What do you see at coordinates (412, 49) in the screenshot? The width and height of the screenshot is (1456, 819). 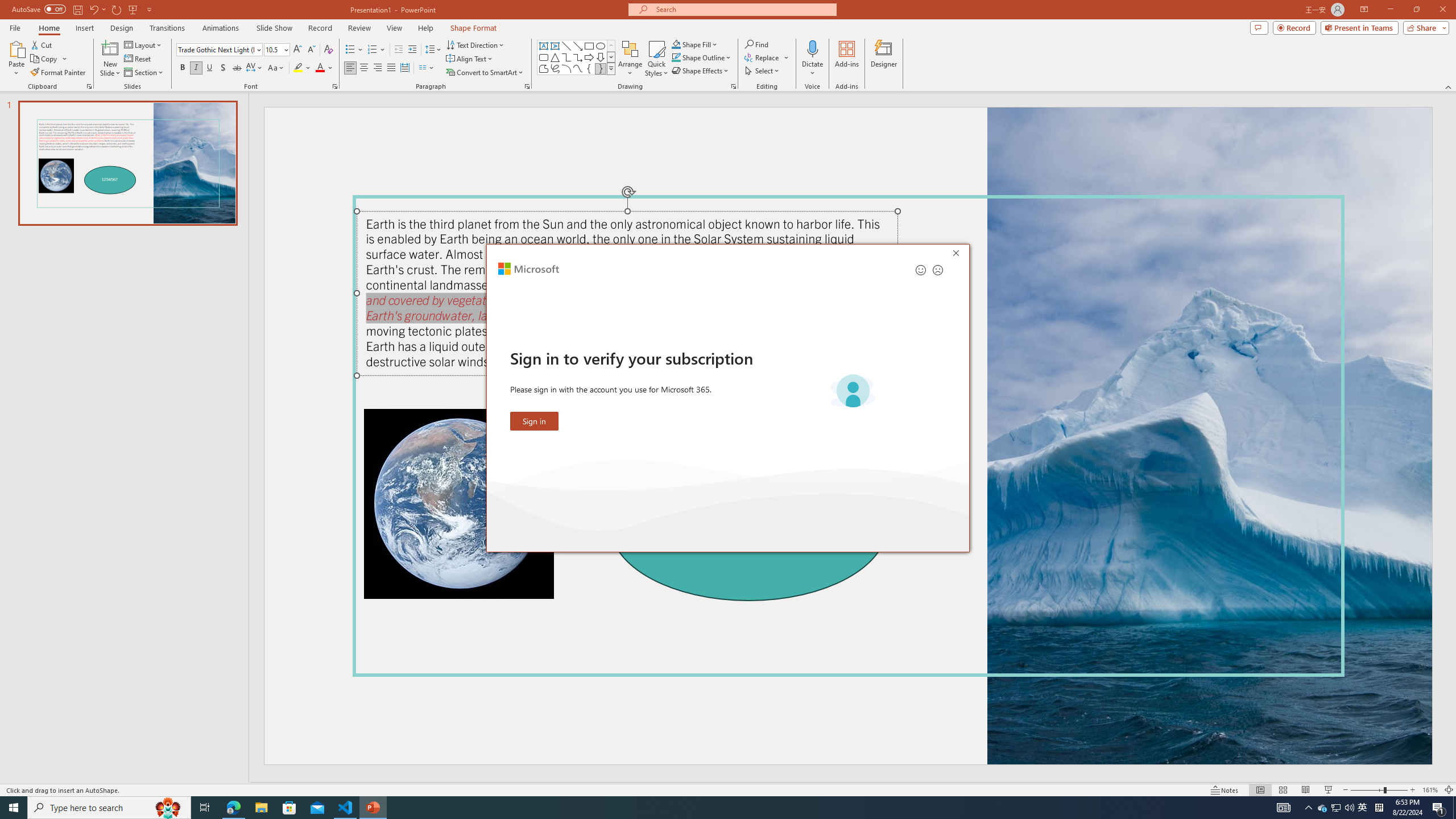 I see `'Increase Indent'` at bounding box center [412, 49].